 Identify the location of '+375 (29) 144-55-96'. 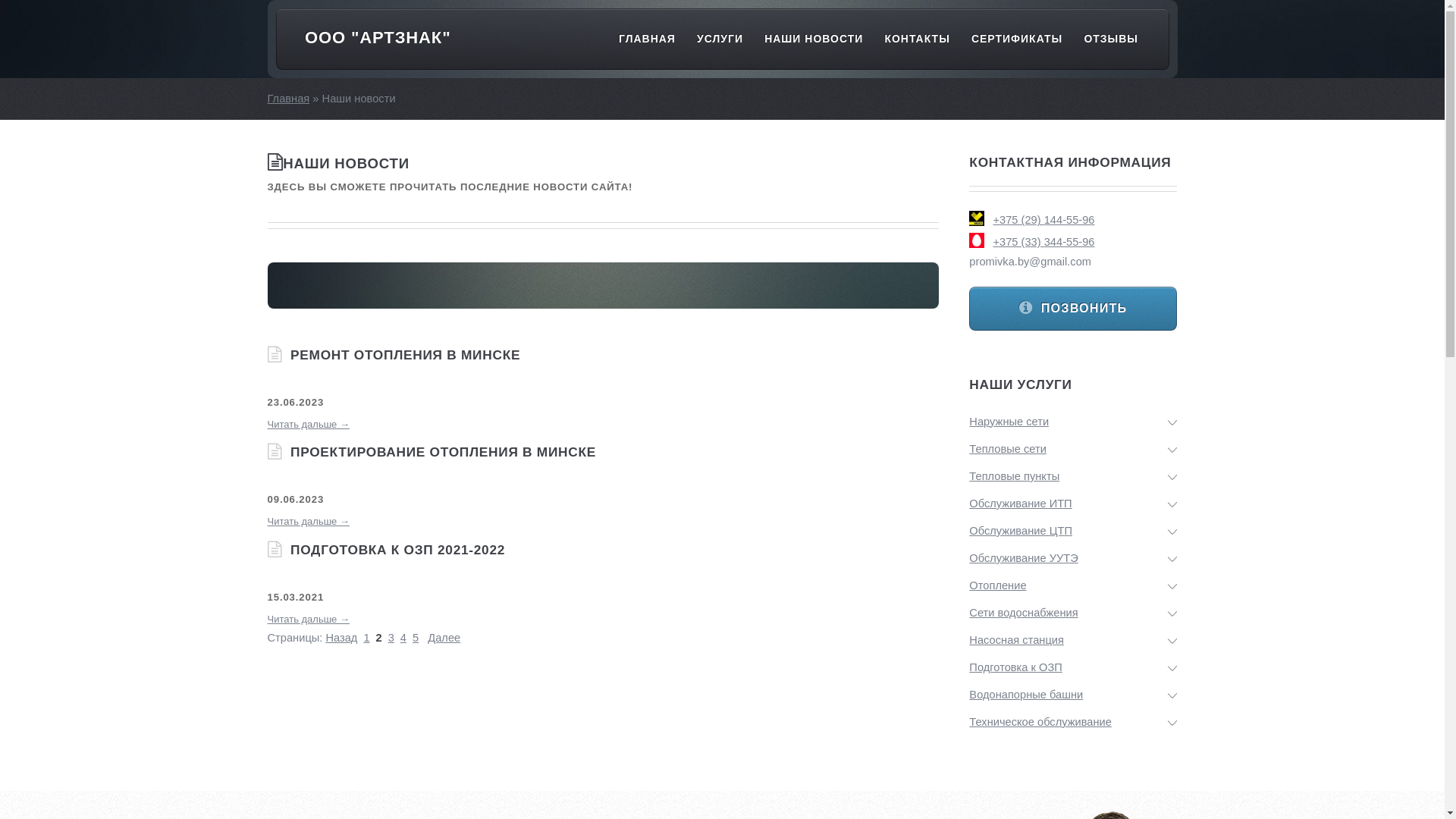
(1072, 219).